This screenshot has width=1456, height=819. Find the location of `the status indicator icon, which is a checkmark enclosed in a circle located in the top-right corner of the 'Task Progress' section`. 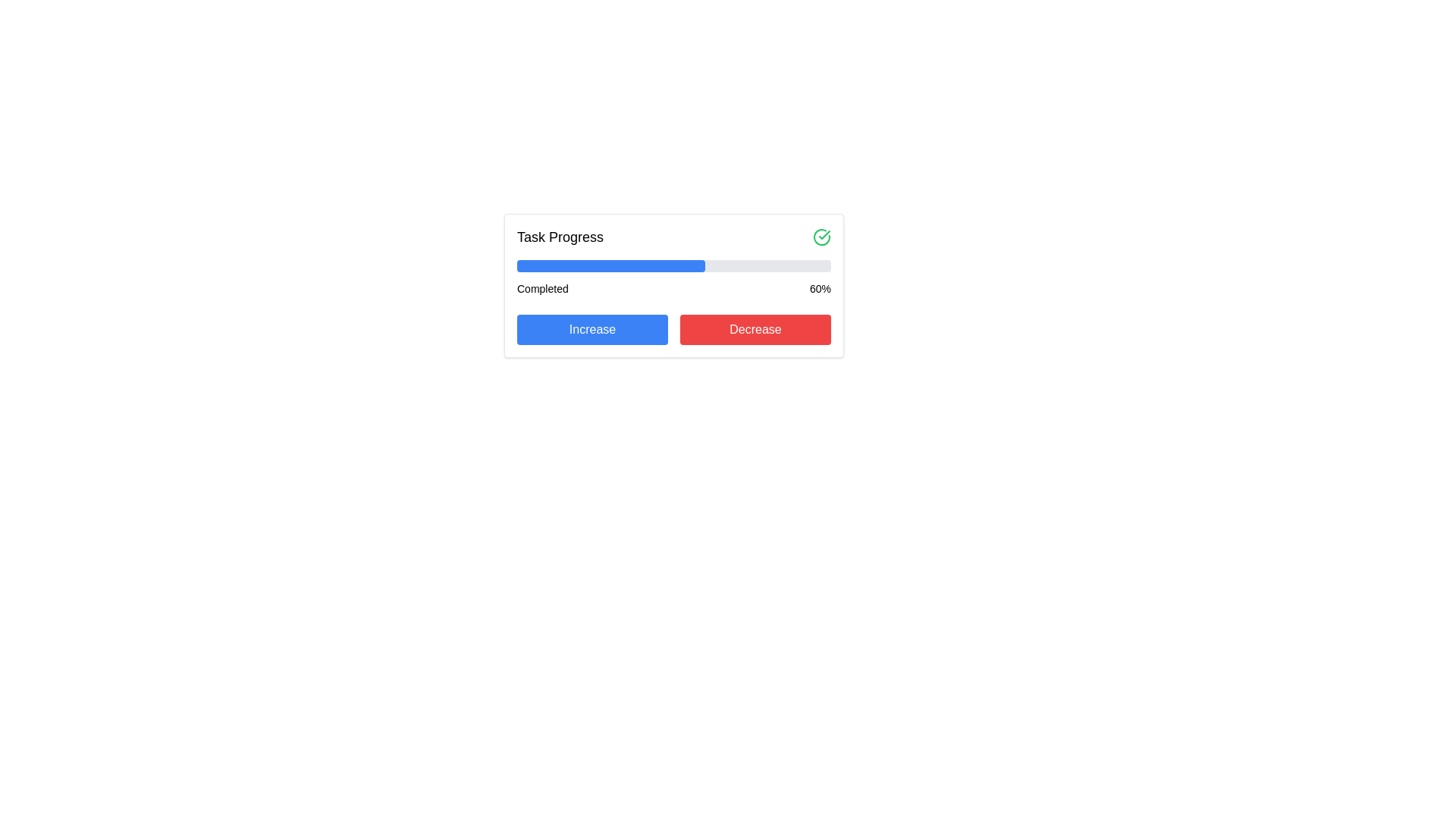

the status indicator icon, which is a checkmark enclosed in a circle located in the top-right corner of the 'Task Progress' section is located at coordinates (821, 237).